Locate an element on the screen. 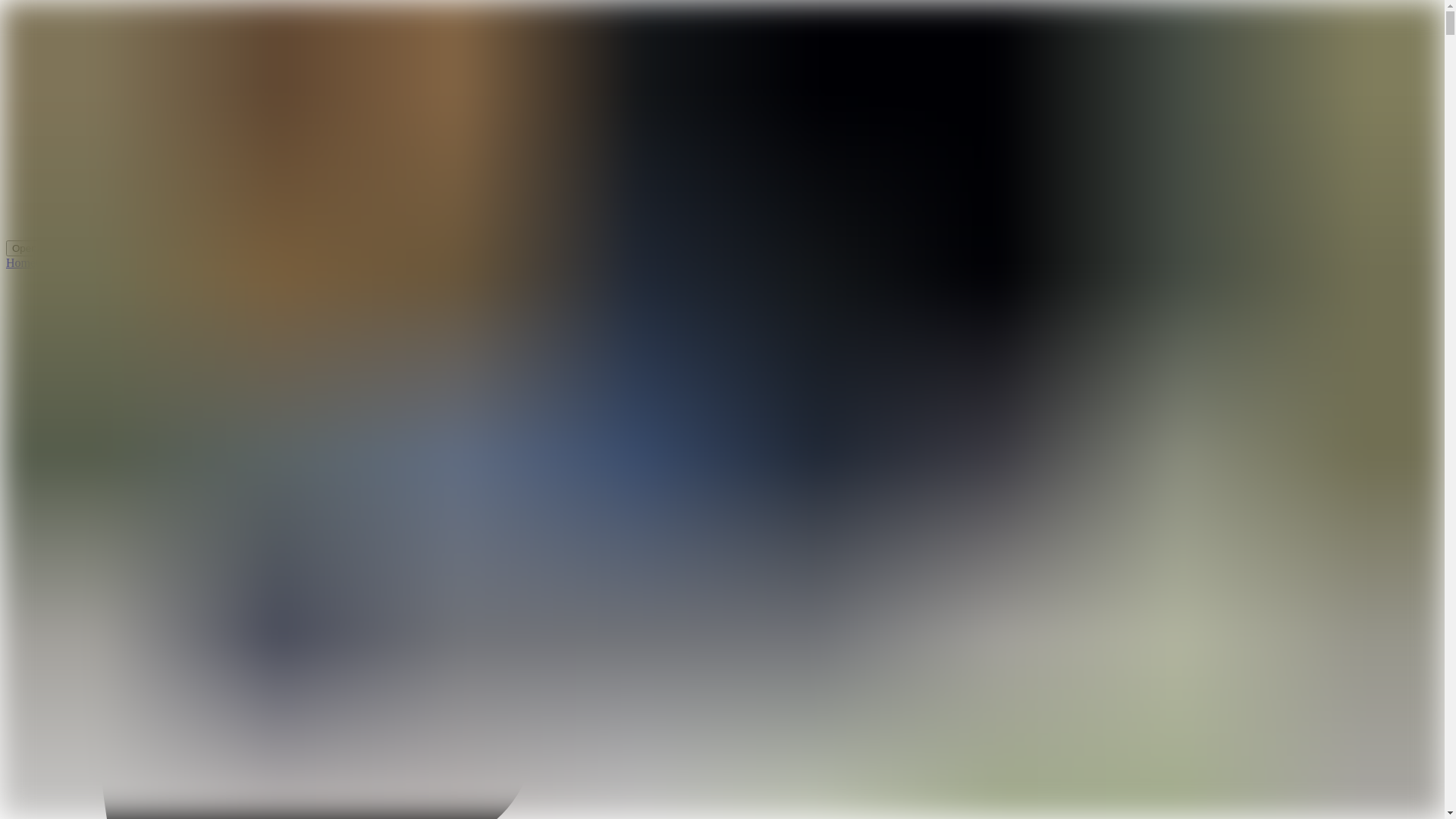 This screenshot has width=1456, height=819. 'Home' is located at coordinates (6, 262).